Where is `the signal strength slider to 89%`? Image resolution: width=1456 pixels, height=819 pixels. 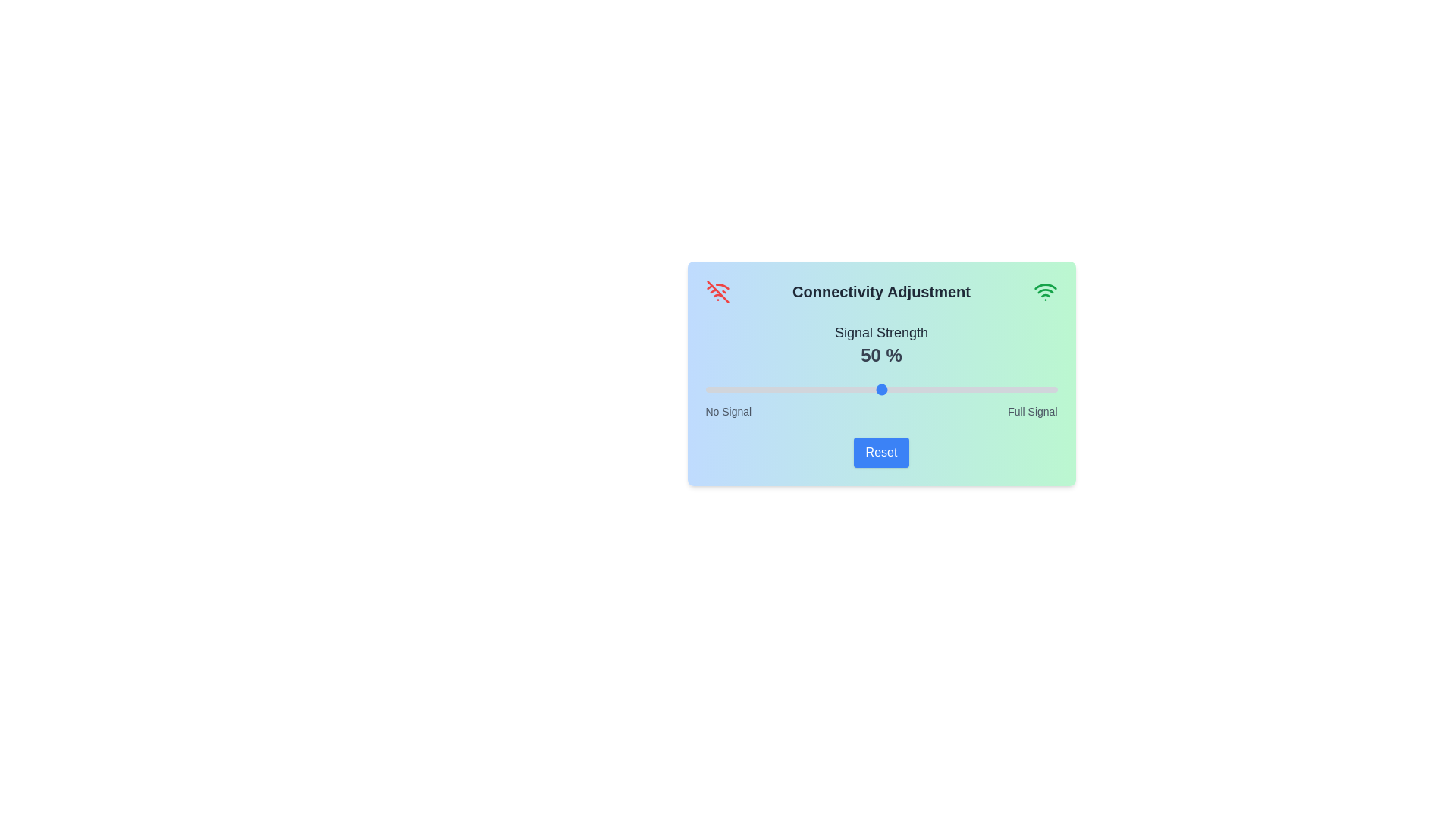
the signal strength slider to 89% is located at coordinates (1018, 388).